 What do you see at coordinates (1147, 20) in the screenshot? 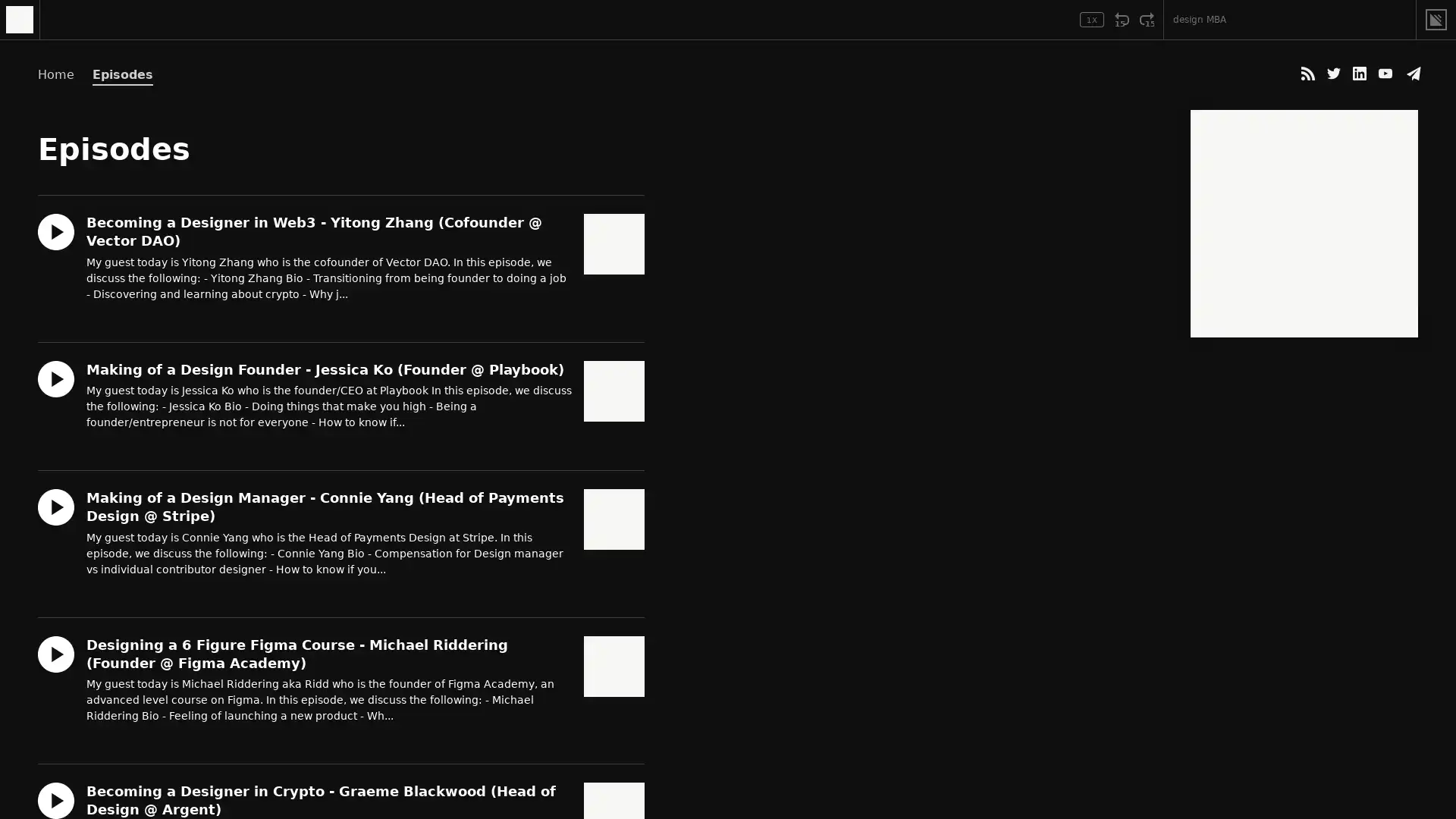
I see `Fast Forward 15 Seconds` at bounding box center [1147, 20].